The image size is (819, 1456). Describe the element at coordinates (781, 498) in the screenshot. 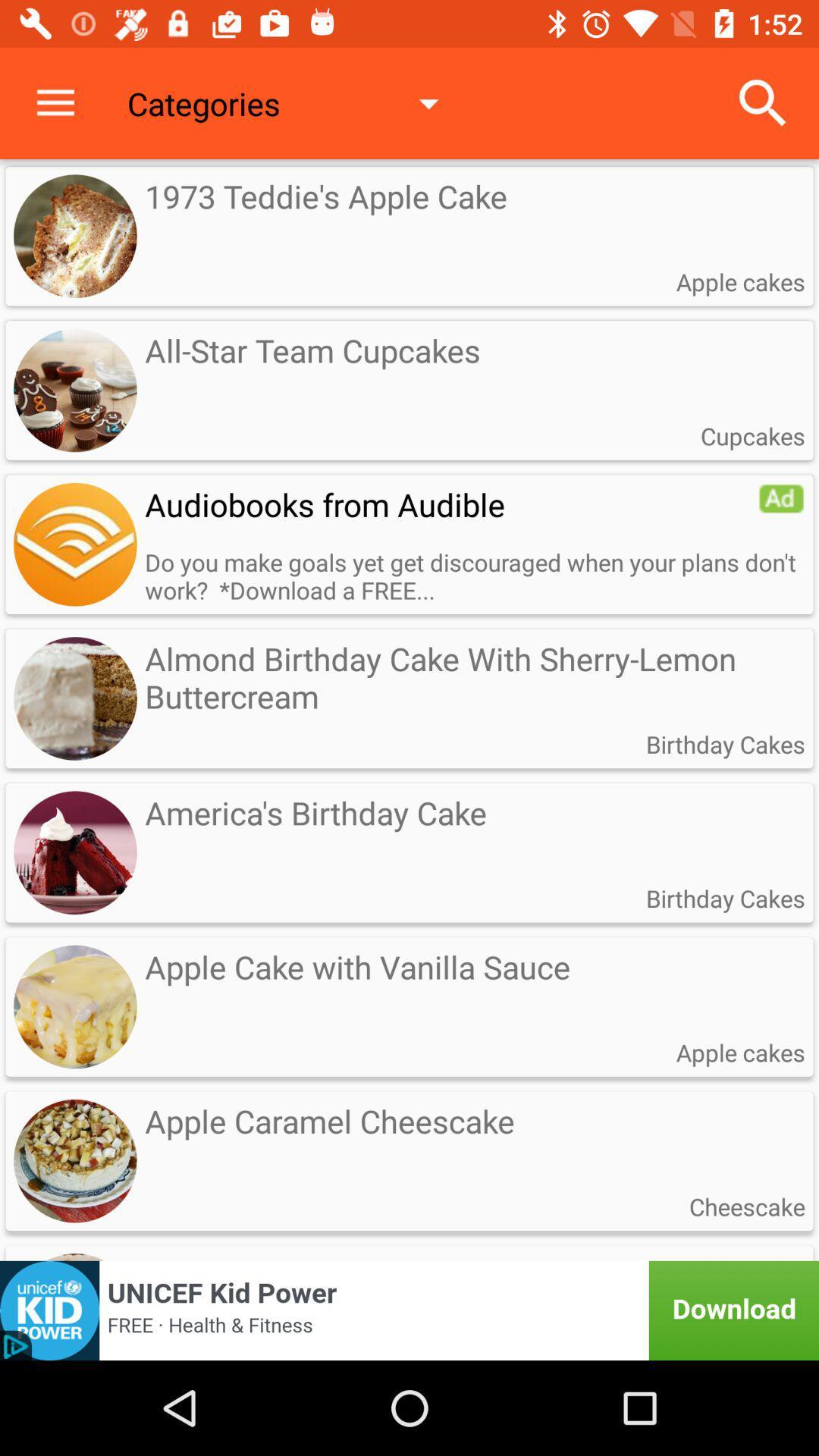

I see `item to the right of audiobooks from audible item` at that location.